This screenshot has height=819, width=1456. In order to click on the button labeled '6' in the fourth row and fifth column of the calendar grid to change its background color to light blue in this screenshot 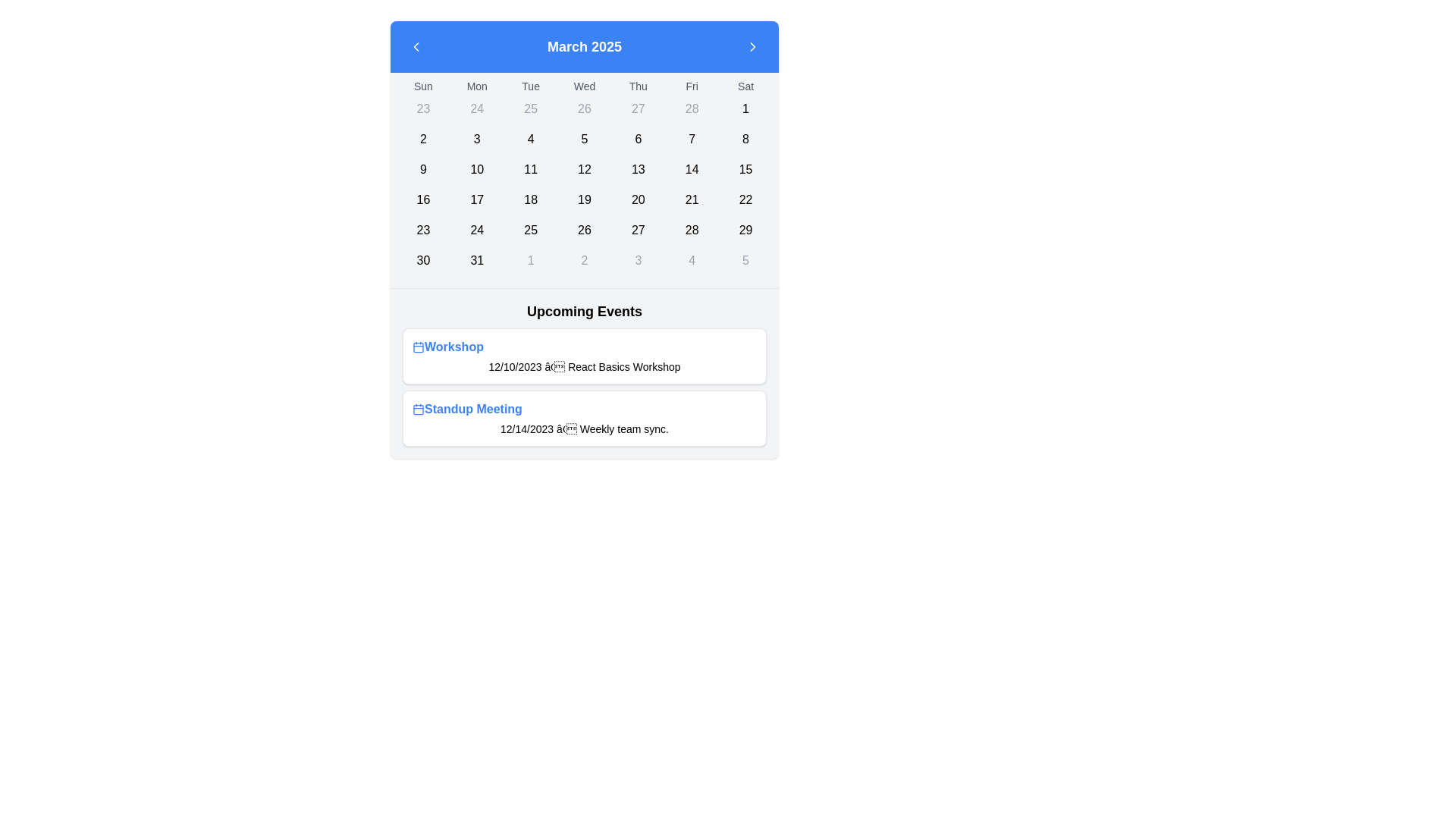, I will do `click(638, 140)`.